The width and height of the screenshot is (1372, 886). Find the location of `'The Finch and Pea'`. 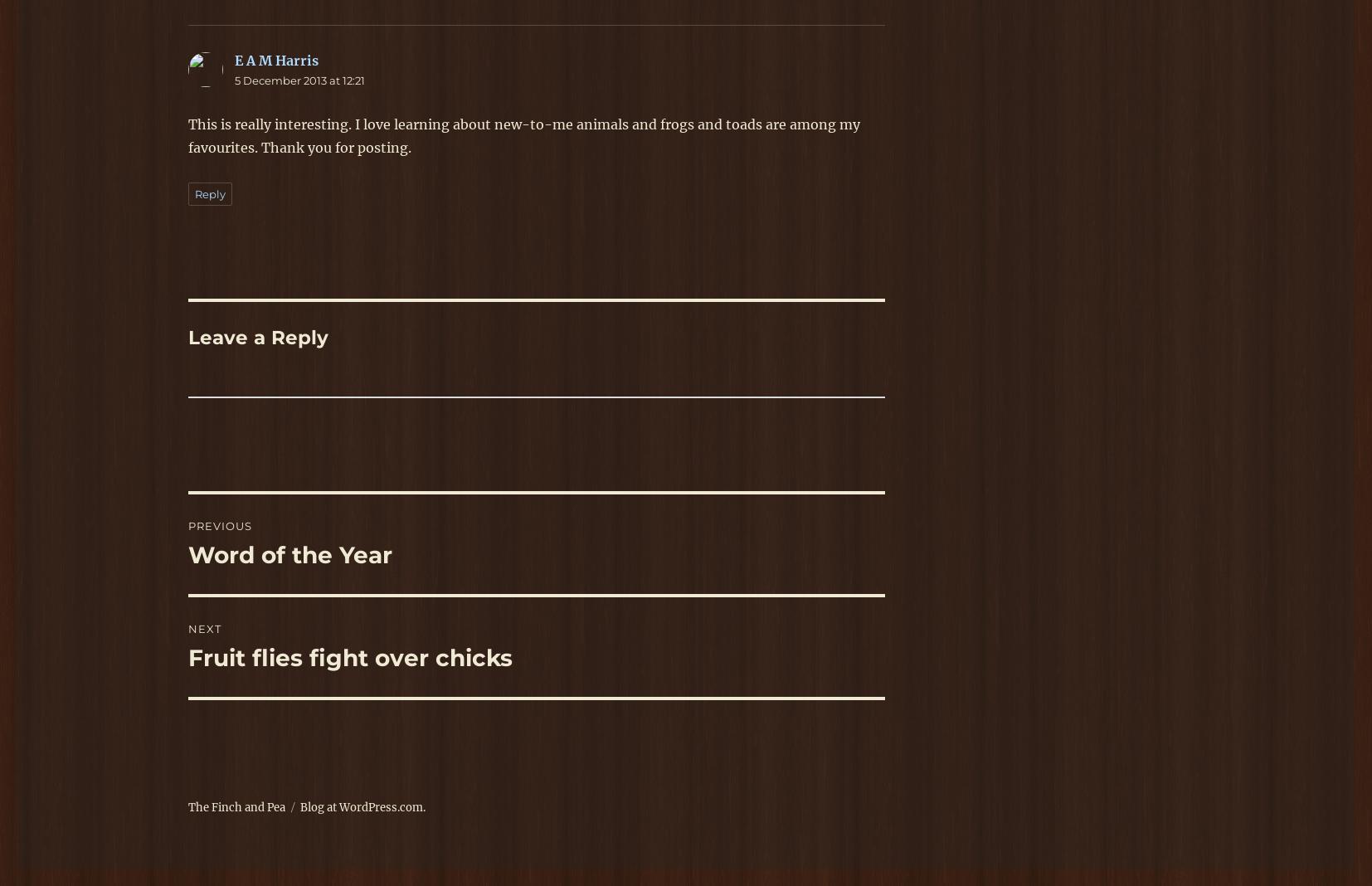

'The Finch and Pea' is located at coordinates (187, 807).